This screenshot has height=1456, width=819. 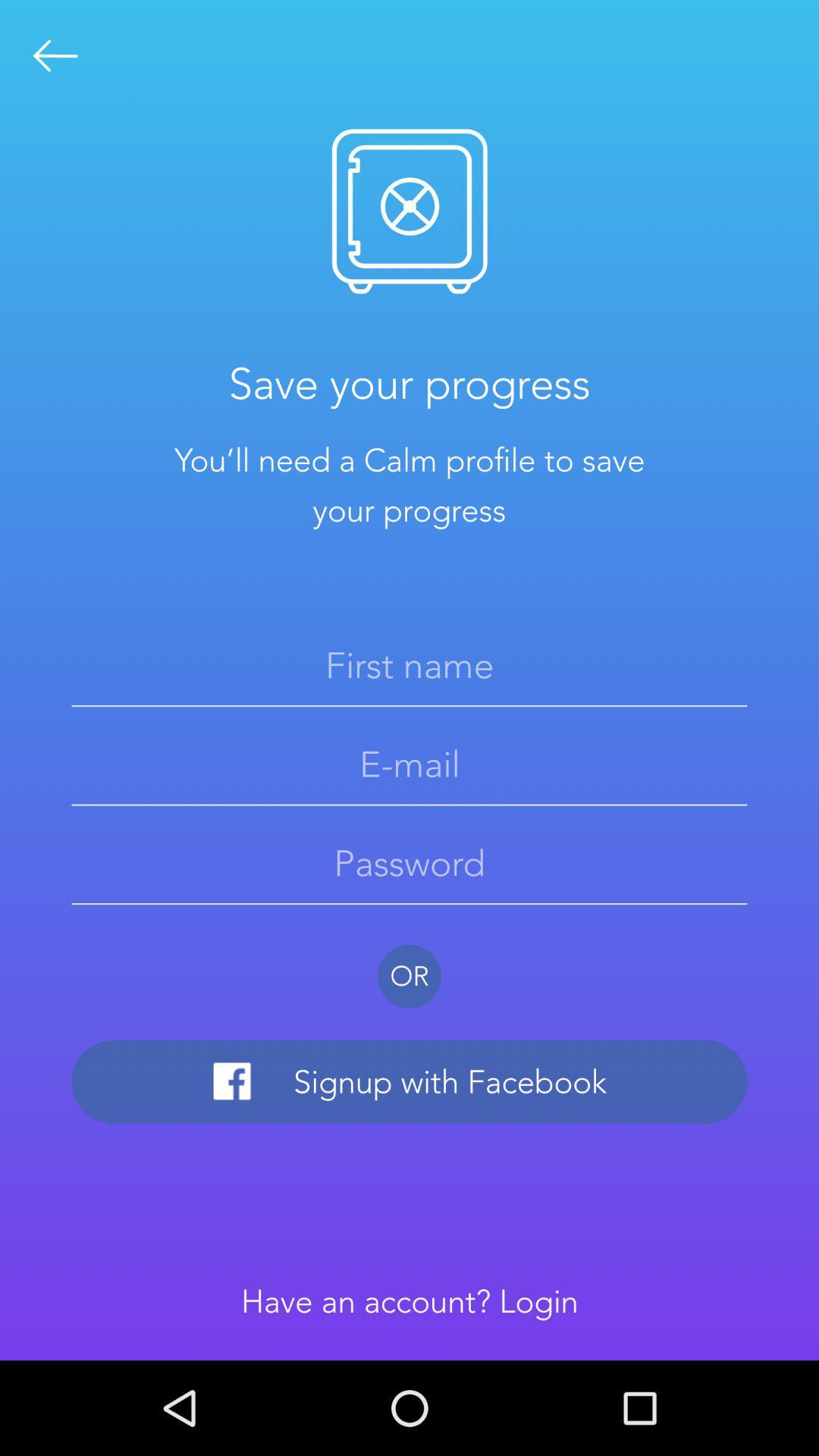 I want to click on input first name, so click(x=409, y=665).